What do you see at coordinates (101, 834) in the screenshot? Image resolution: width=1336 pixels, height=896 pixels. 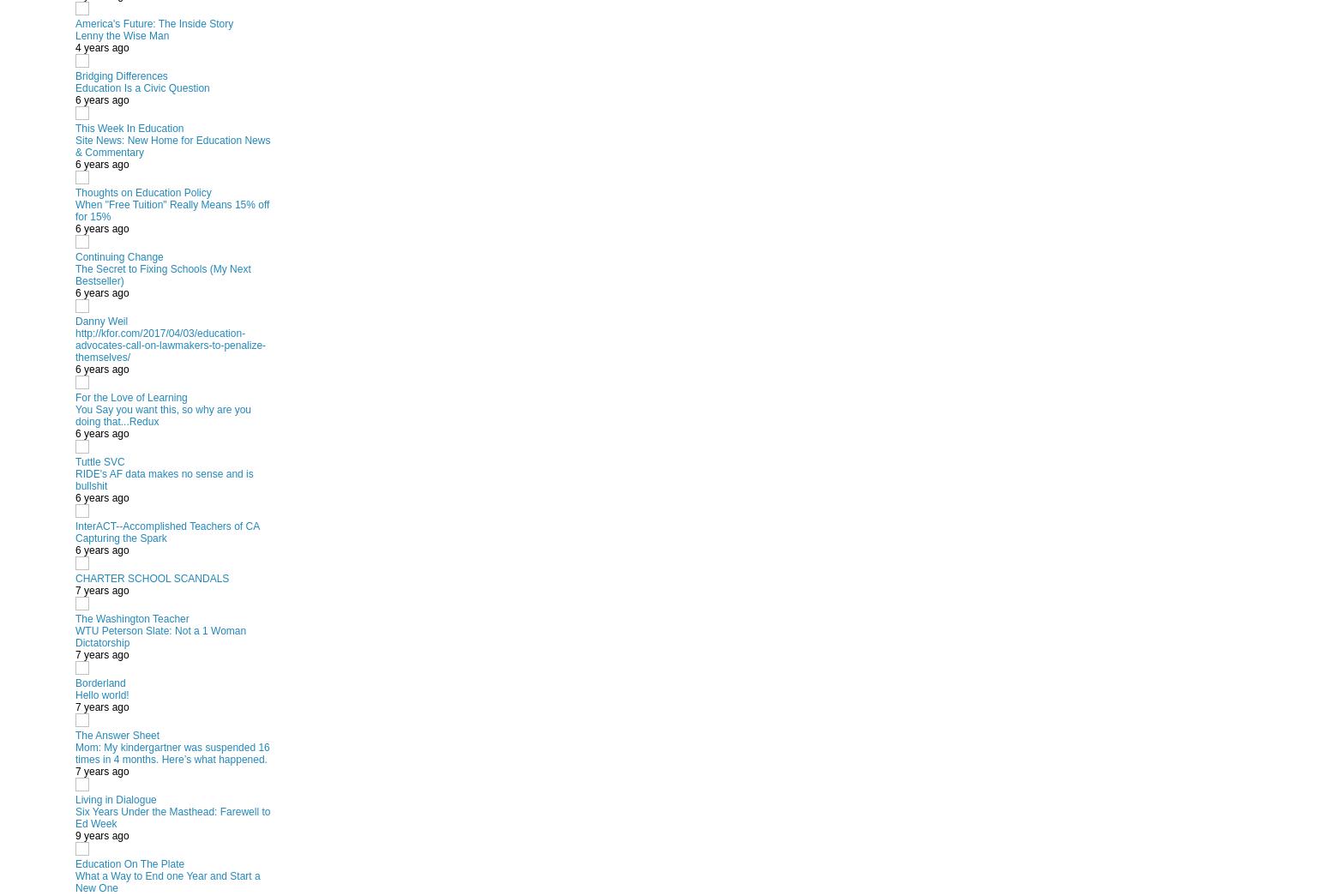 I see `'9 years ago'` at bounding box center [101, 834].